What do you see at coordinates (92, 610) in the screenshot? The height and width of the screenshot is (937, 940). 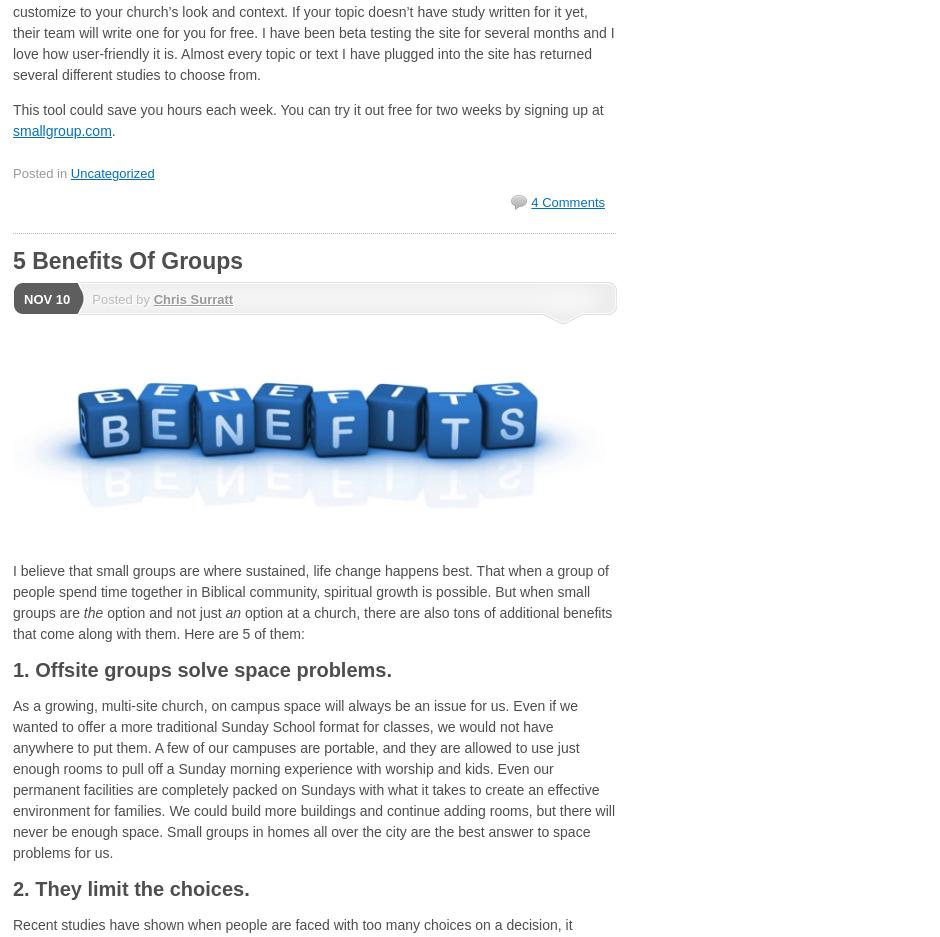 I see `'the'` at bounding box center [92, 610].